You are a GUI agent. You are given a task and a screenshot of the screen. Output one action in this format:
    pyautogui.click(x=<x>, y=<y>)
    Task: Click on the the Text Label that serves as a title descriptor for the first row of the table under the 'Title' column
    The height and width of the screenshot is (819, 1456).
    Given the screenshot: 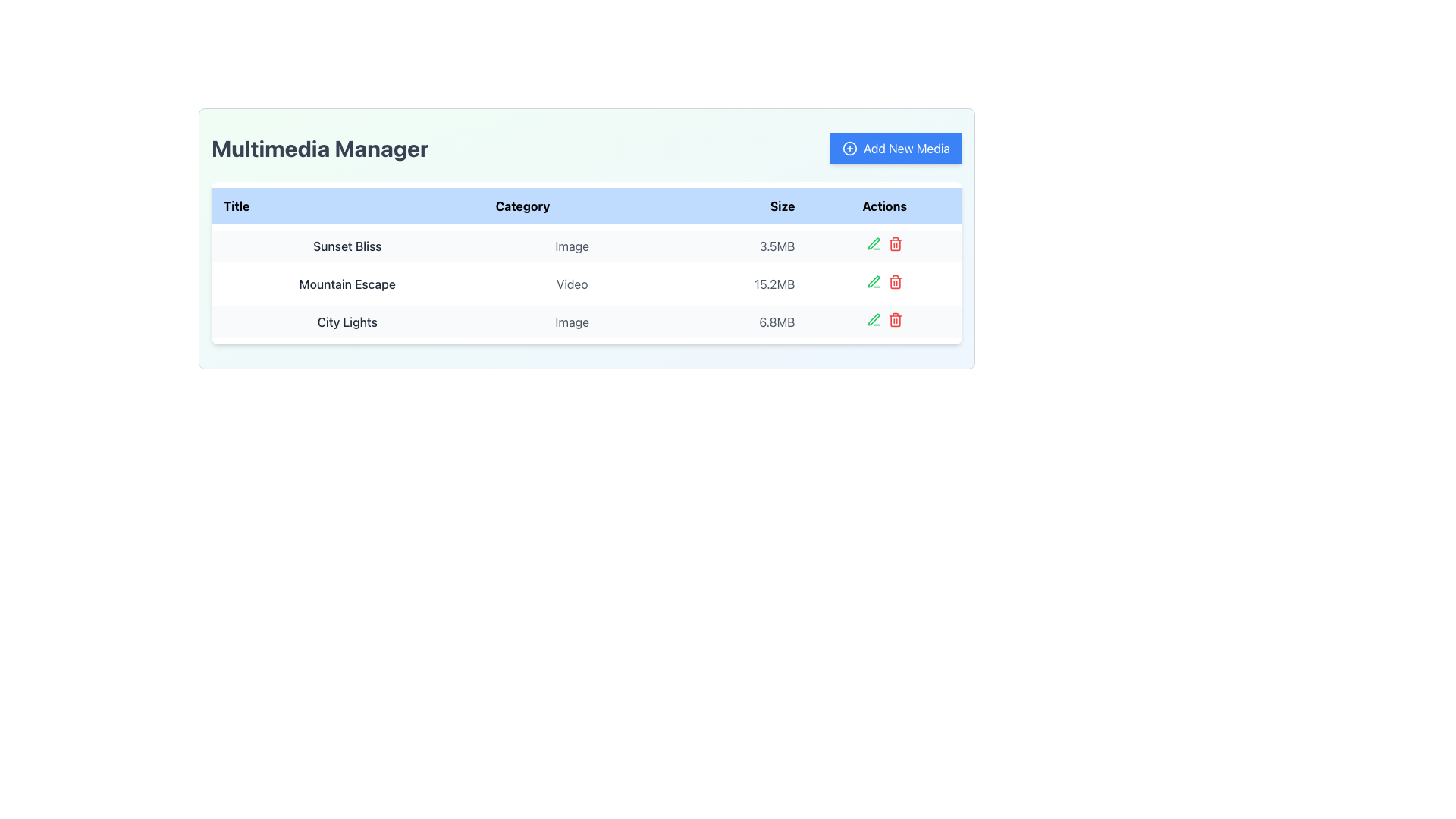 What is the action you would take?
    pyautogui.click(x=347, y=245)
    